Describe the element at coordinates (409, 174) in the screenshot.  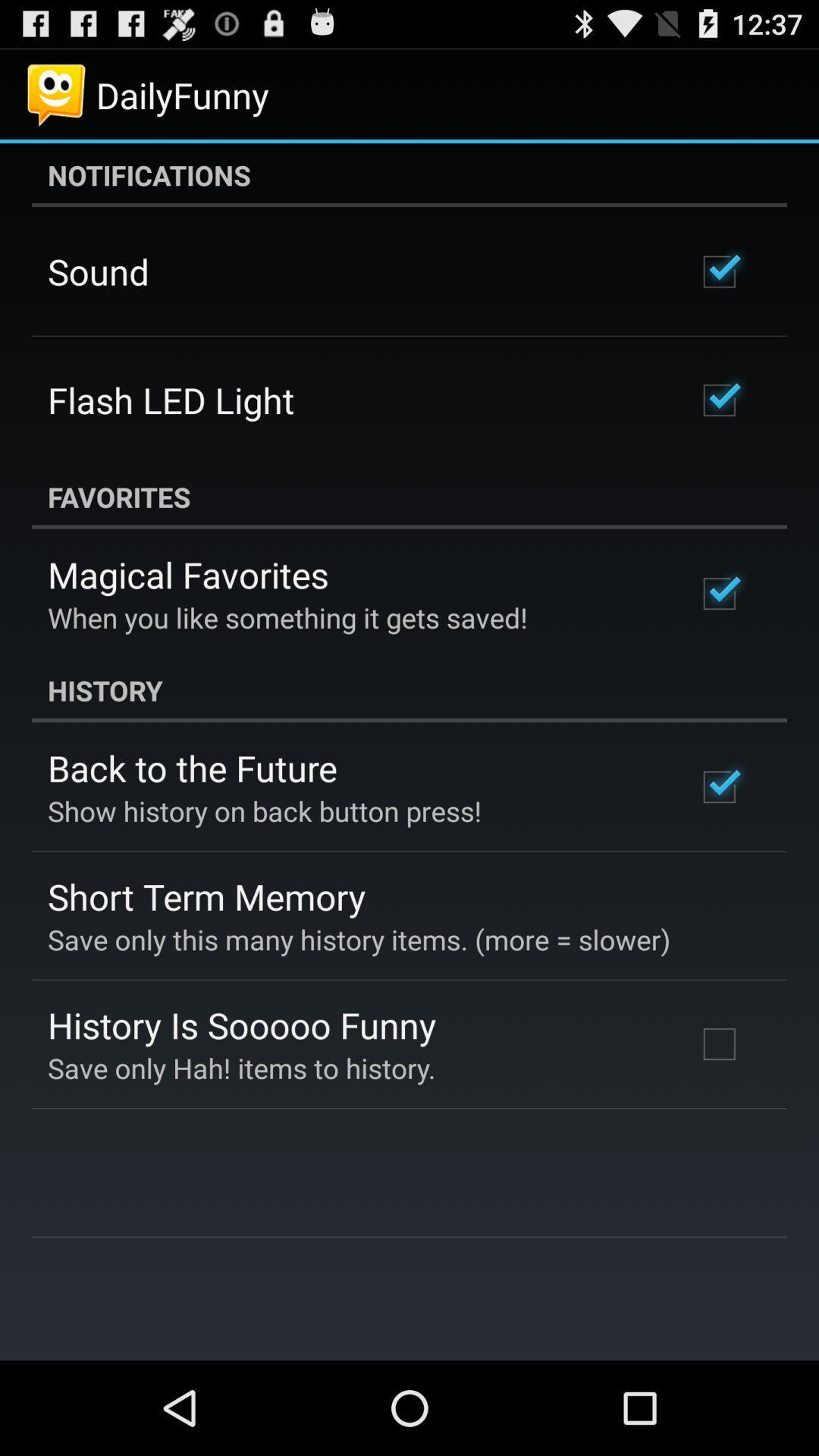
I see `app at the top` at that location.